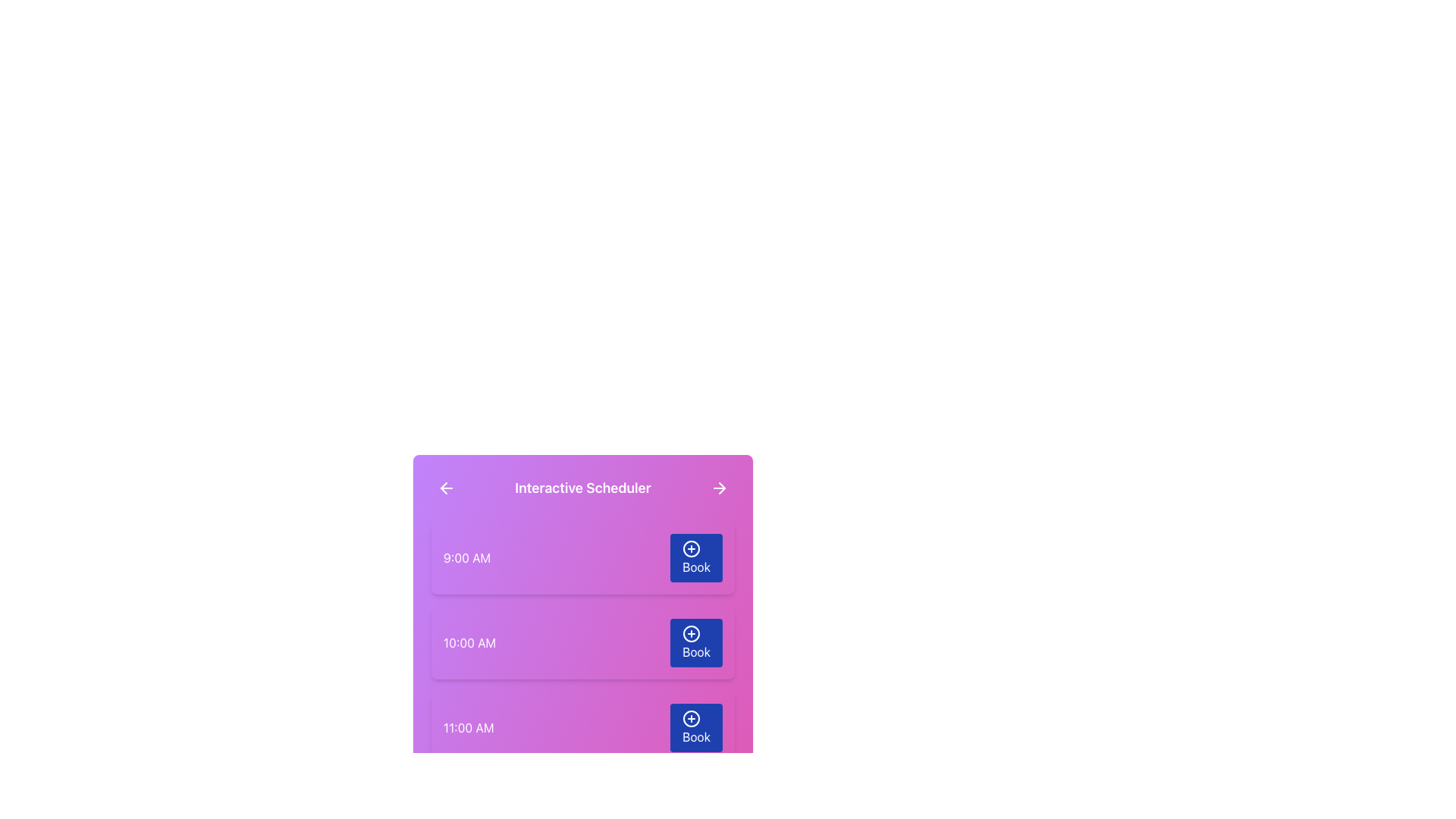 This screenshot has width=1456, height=819. Describe the element at coordinates (691, 718) in the screenshot. I see `the central circular SVG element of the 'Book' button associated with the '11:00 AM' time slot` at that location.